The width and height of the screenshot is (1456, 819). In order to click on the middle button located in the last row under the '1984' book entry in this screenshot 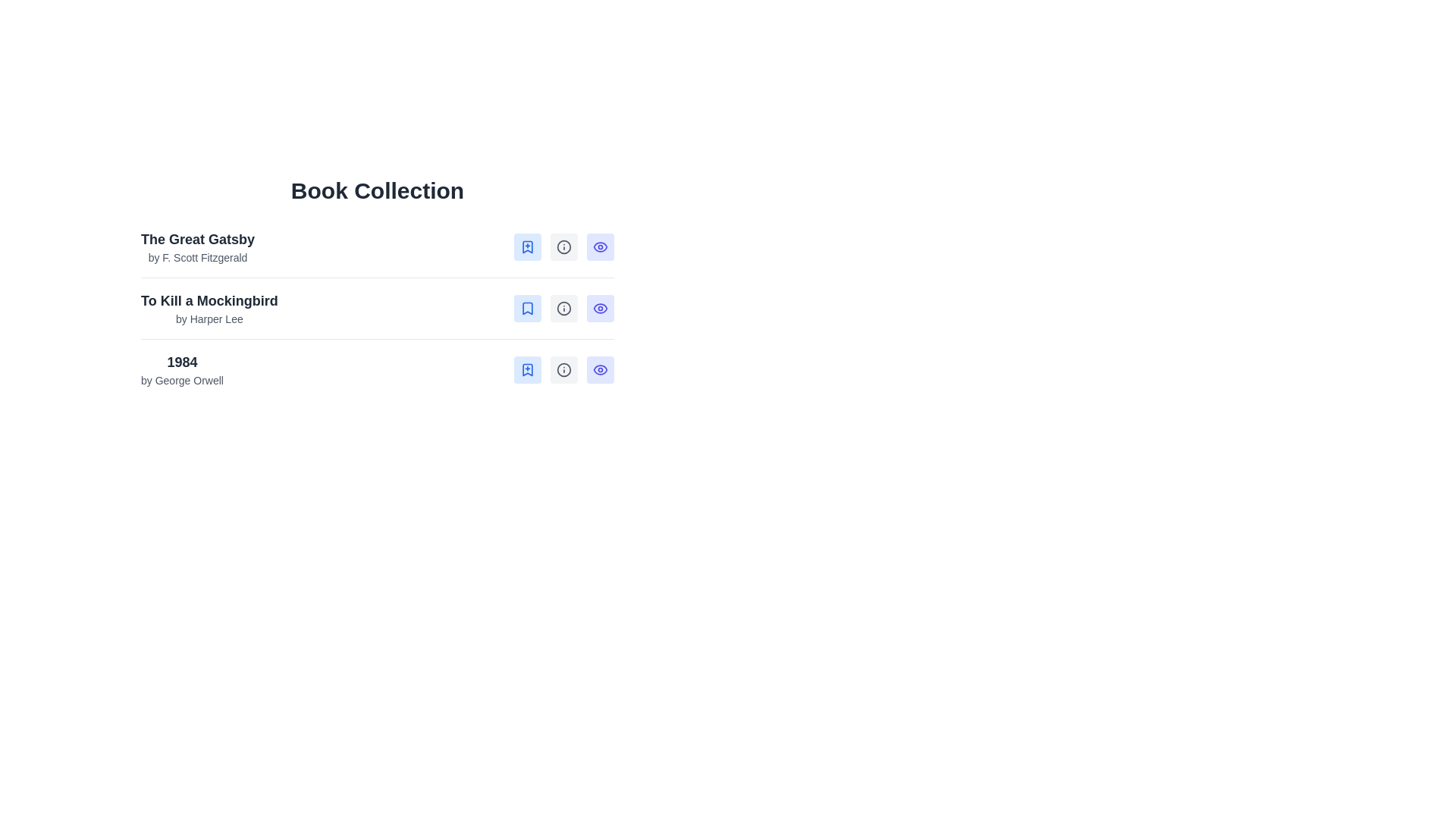, I will do `click(563, 370)`.